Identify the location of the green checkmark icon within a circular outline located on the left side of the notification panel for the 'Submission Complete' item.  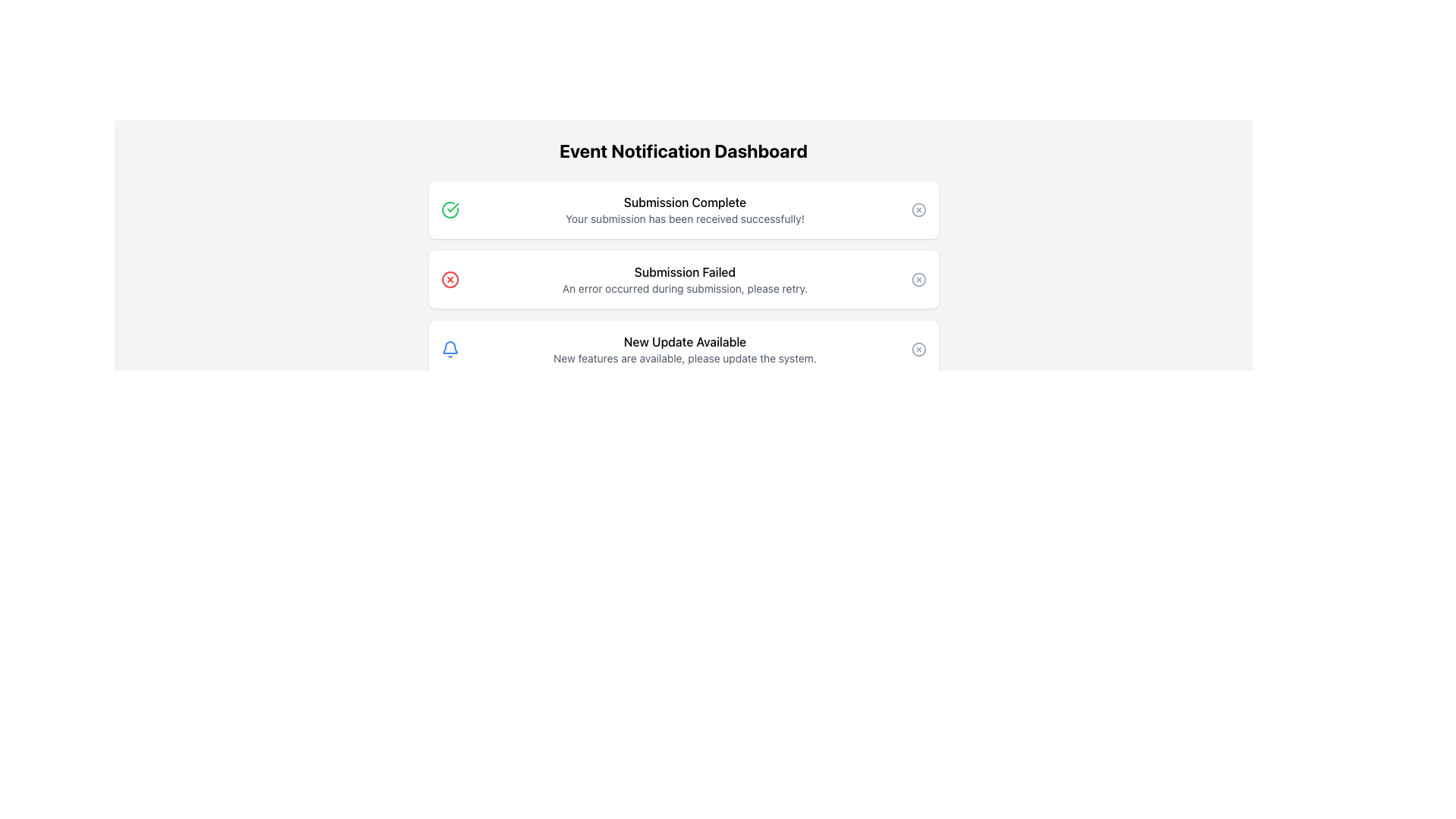
(449, 210).